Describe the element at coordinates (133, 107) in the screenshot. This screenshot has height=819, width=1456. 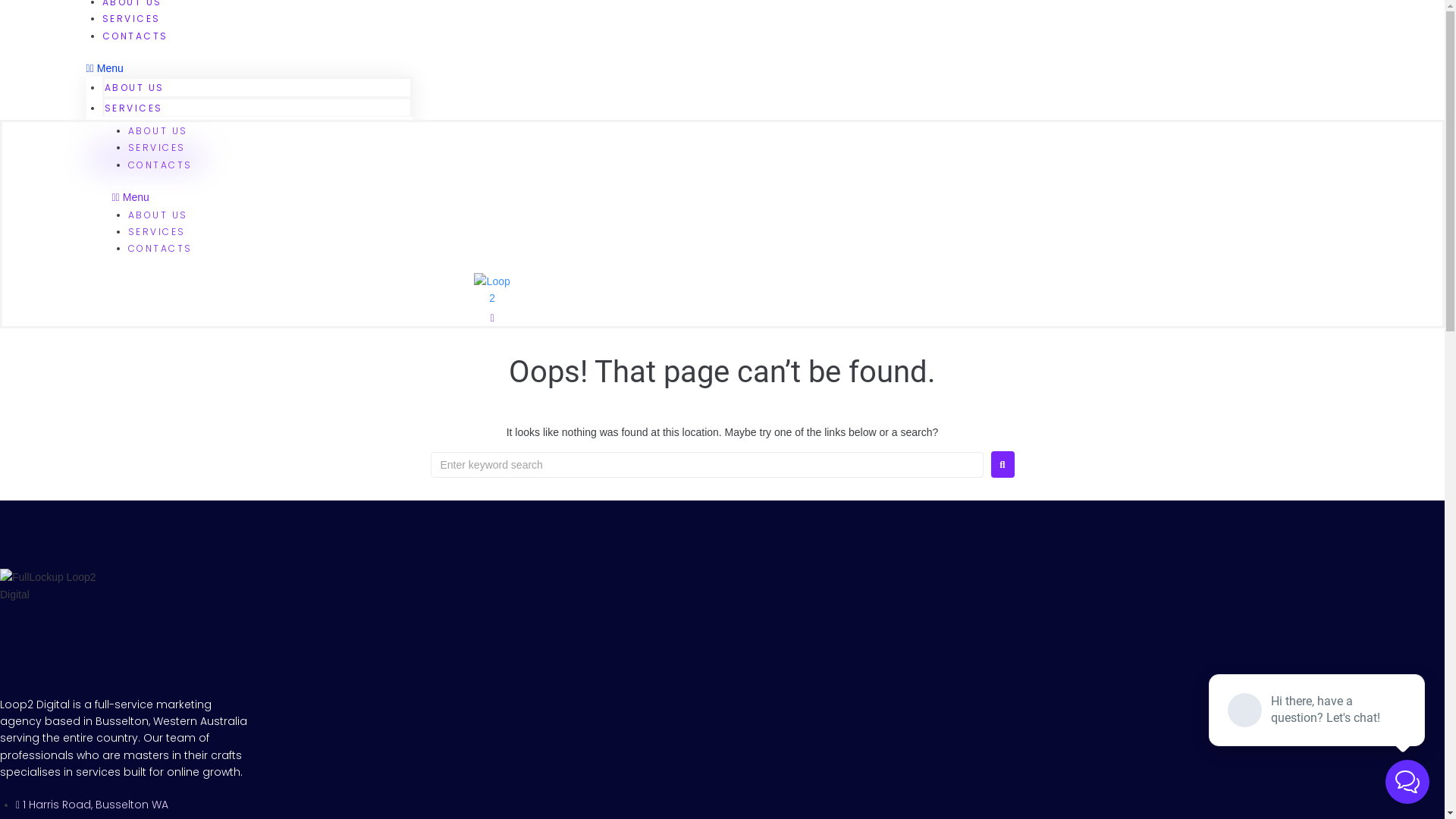
I see `'SERVICES'` at that location.